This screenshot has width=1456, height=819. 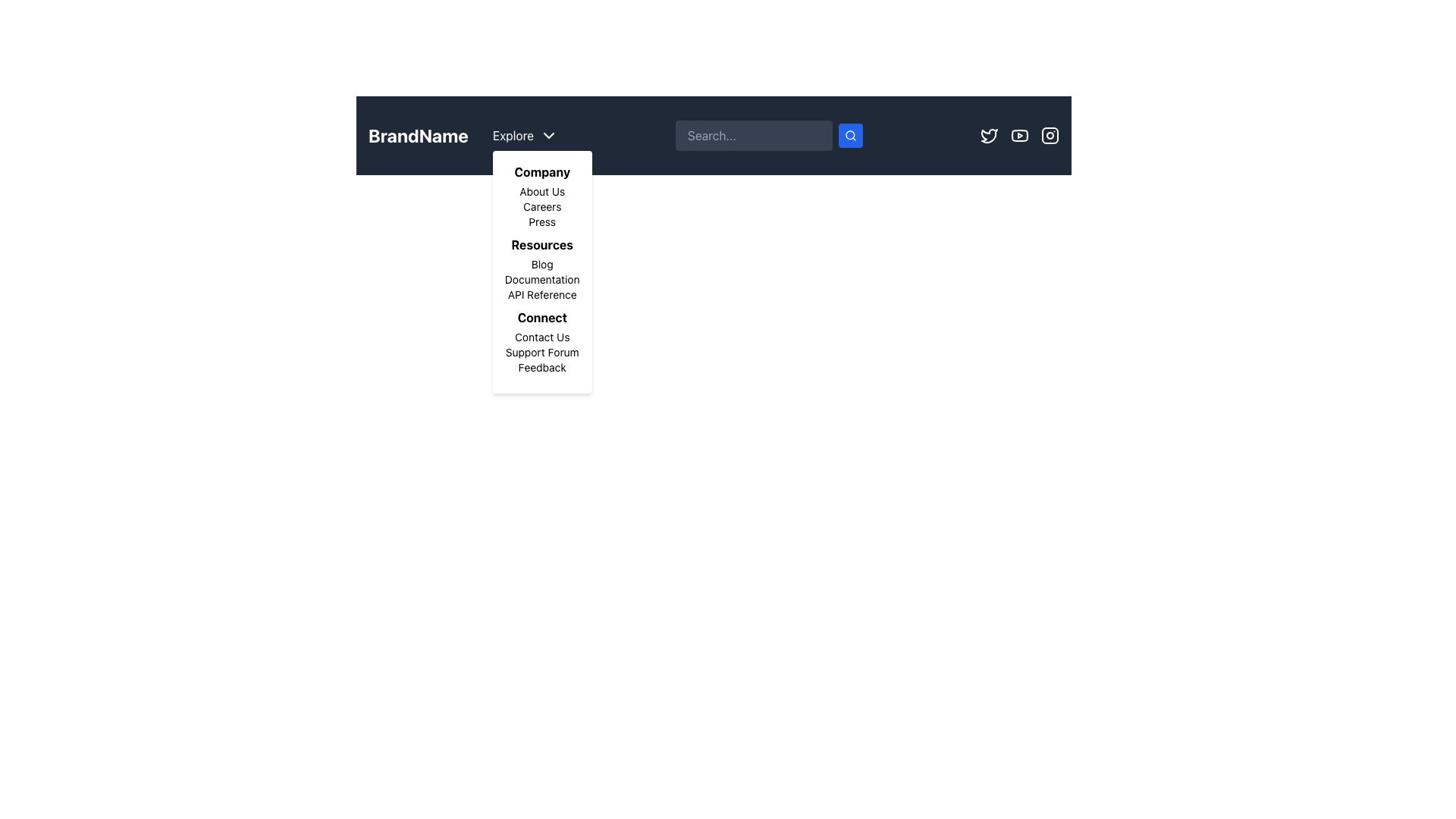 I want to click on the 'Explore' dropdown menu located in the top navigation bar, styled with white text on a dark background, so click(x=525, y=134).